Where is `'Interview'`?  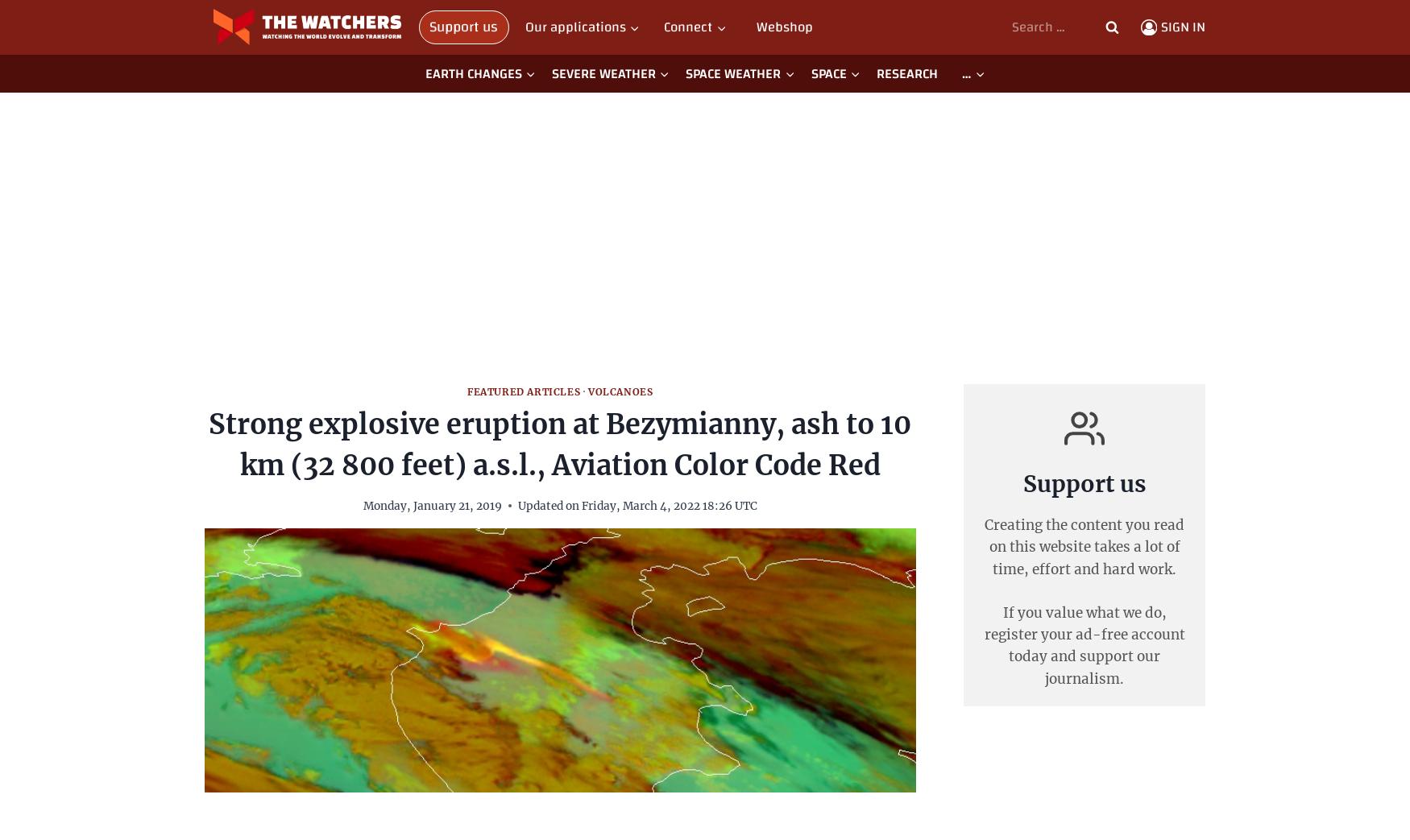
'Interview' is located at coordinates (238, 259).